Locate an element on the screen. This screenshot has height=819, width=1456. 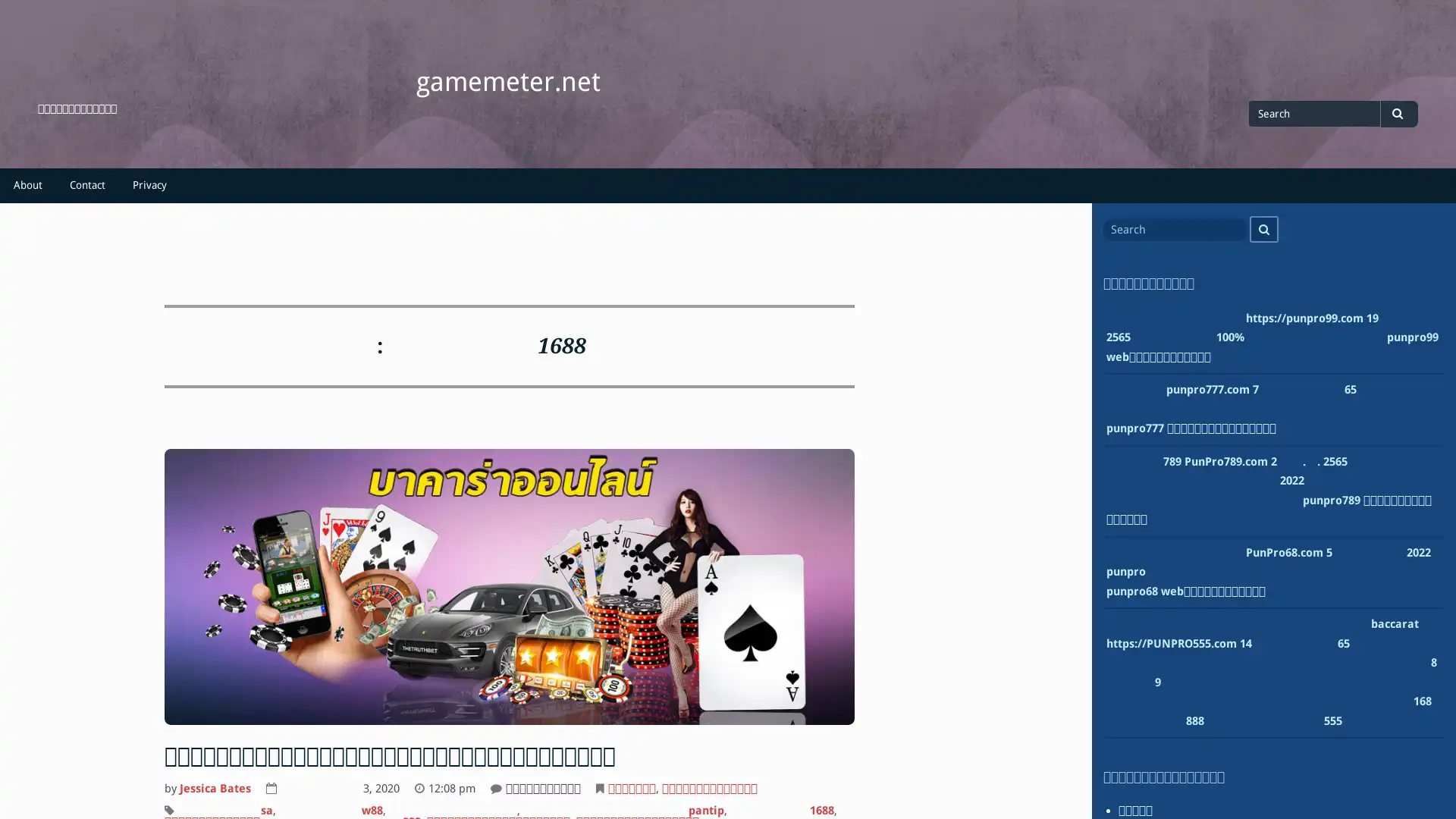
Search is located at coordinates (1263, 228).